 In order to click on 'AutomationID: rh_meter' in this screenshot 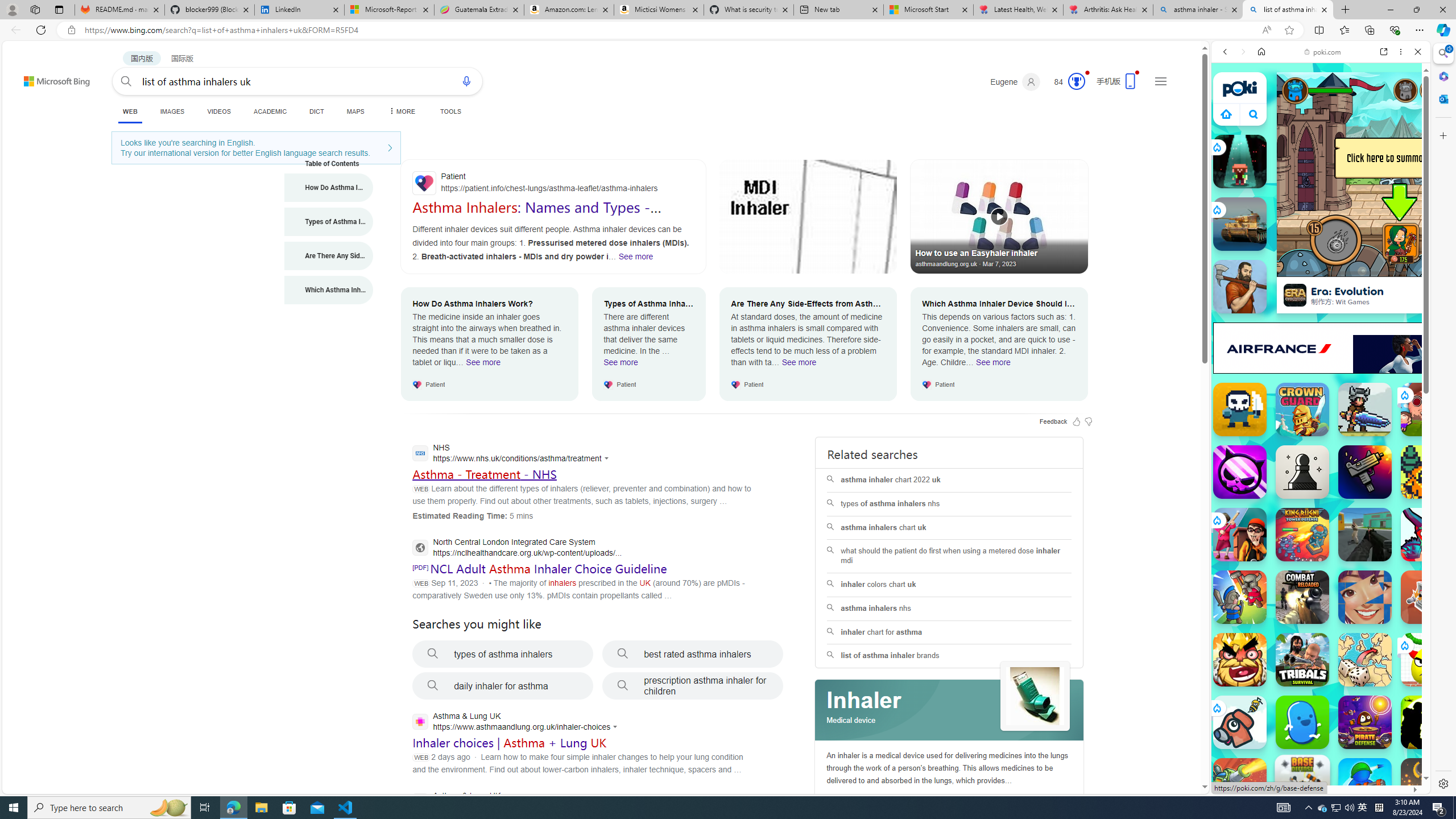, I will do `click(1076, 80)`.